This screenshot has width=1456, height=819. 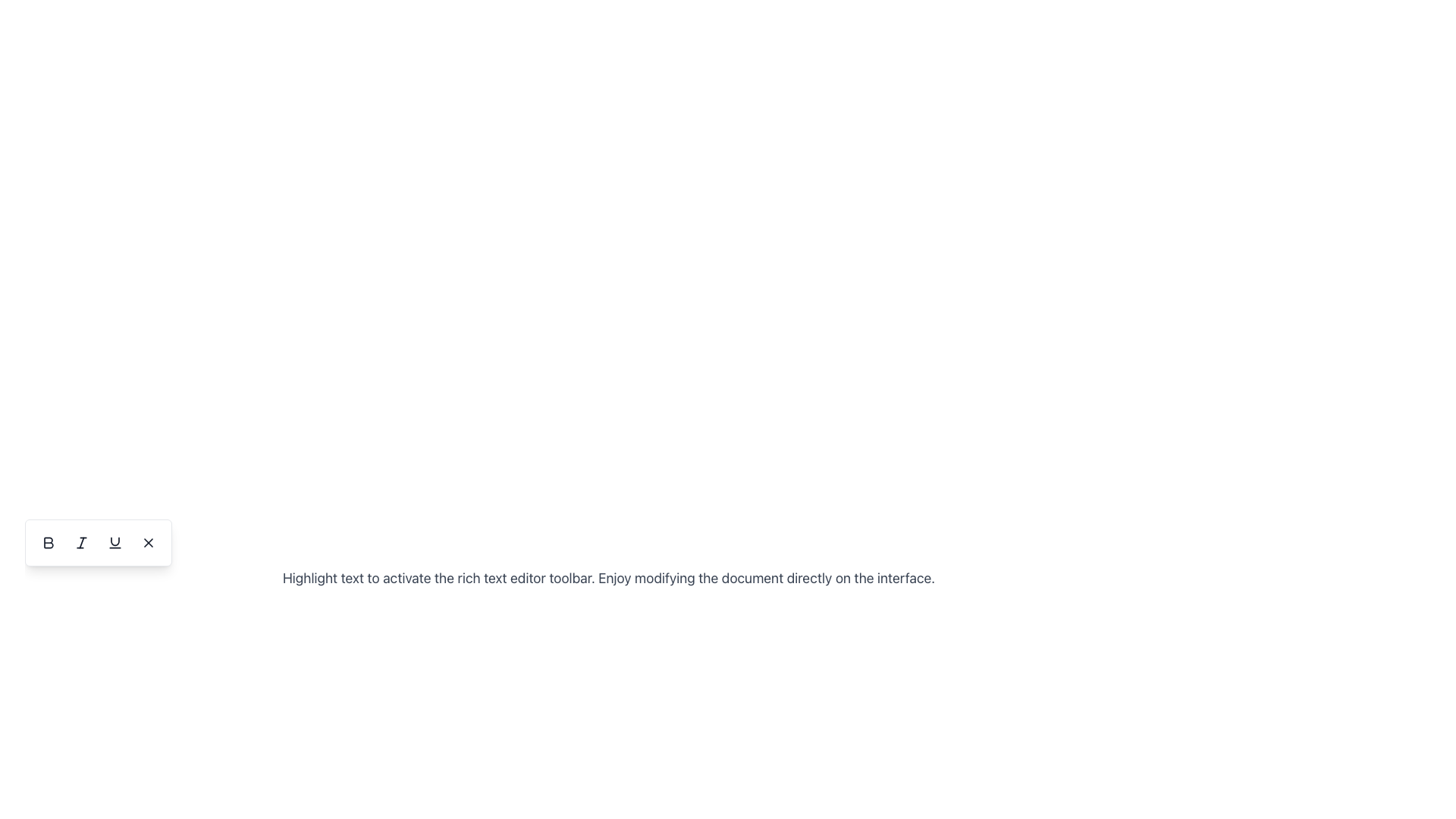 I want to click on the first button in the text editor's toolbar, so click(x=48, y=542).